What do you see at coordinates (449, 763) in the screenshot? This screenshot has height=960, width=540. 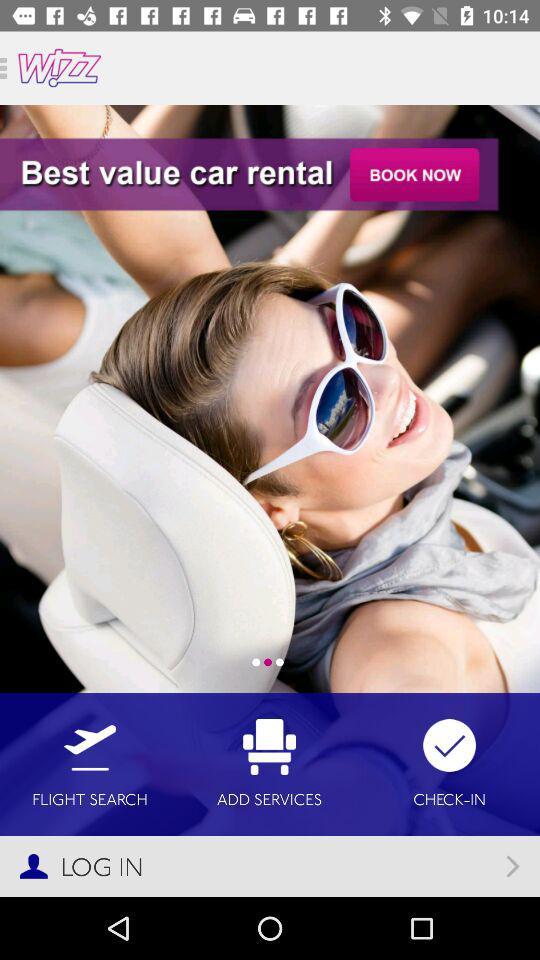 I see `check-in` at bounding box center [449, 763].